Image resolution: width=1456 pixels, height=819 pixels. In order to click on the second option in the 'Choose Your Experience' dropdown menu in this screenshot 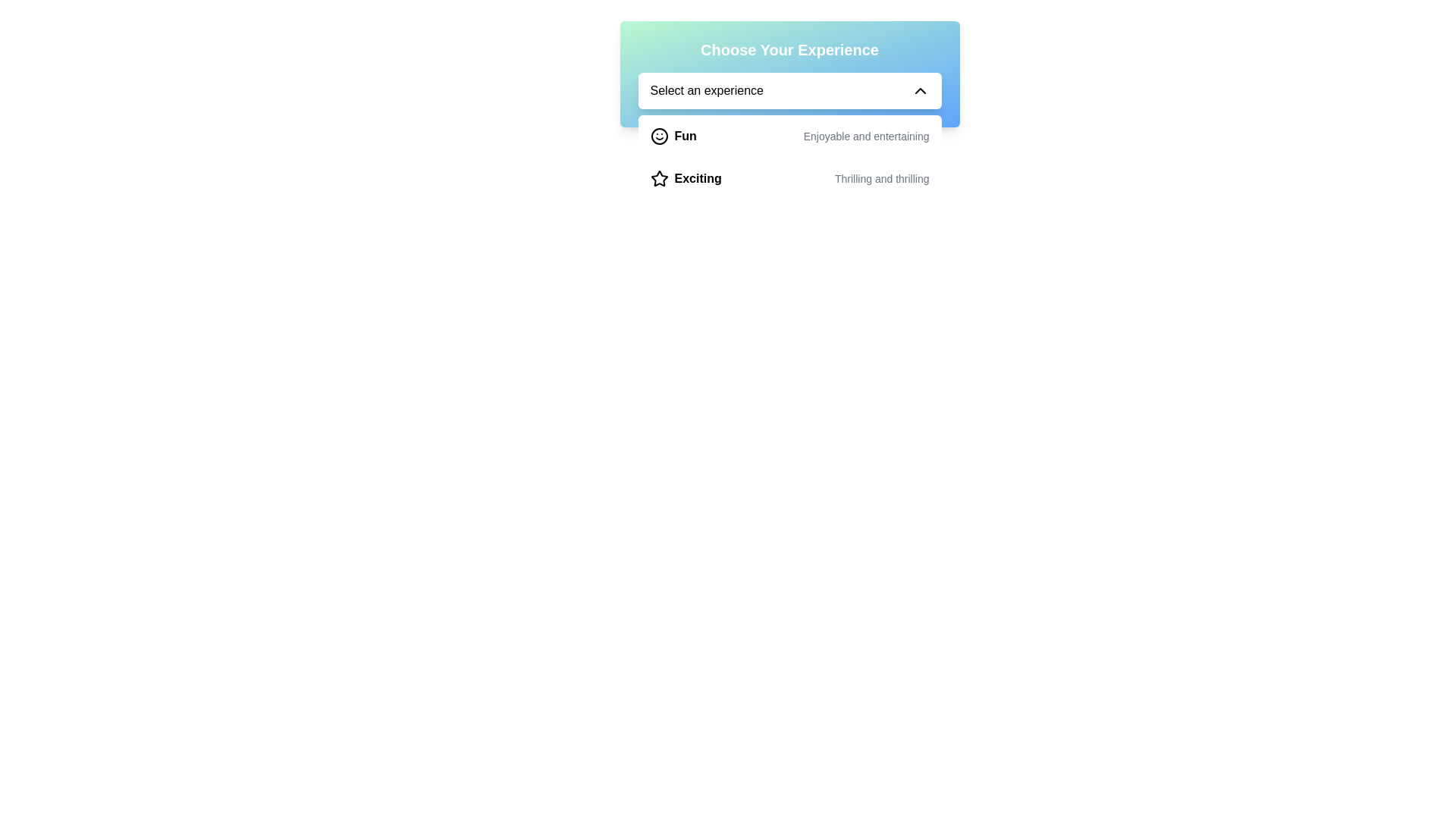, I will do `click(789, 177)`.